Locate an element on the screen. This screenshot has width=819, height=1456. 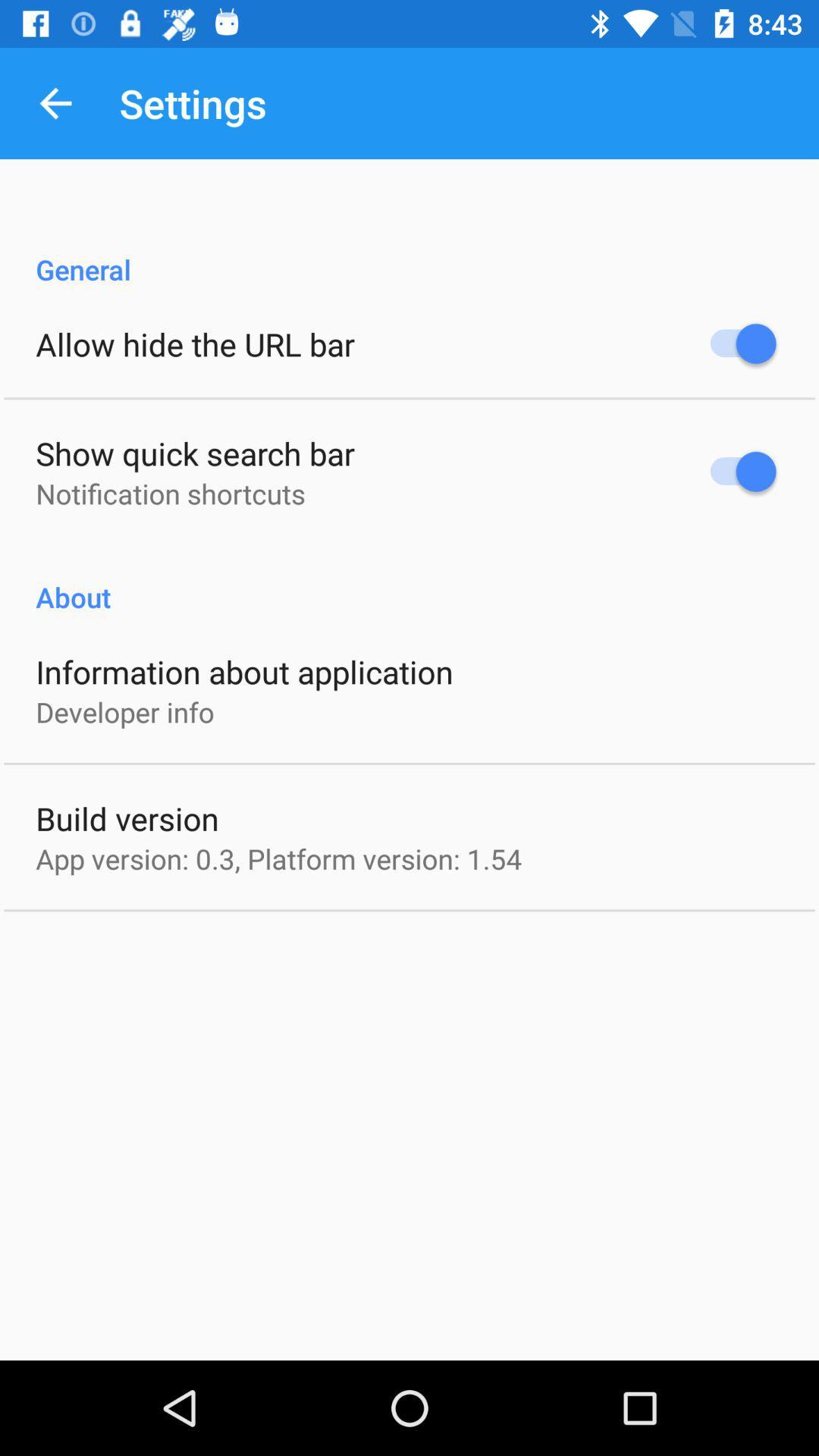
the item to the left of the settings is located at coordinates (55, 102).